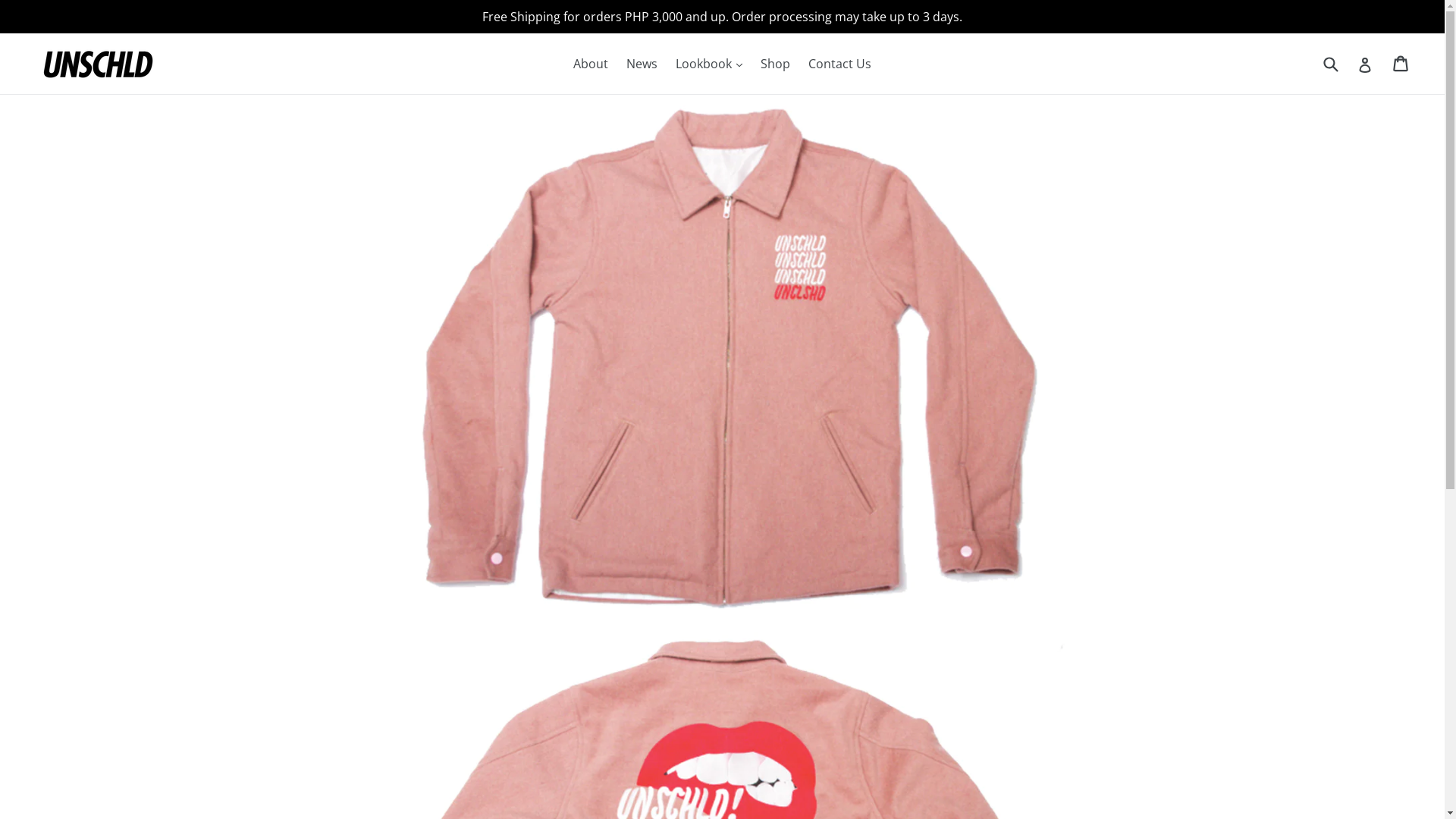 Image resolution: width=1456 pixels, height=819 pixels. Describe the element at coordinates (1401, 63) in the screenshot. I see `'Cart` at that location.